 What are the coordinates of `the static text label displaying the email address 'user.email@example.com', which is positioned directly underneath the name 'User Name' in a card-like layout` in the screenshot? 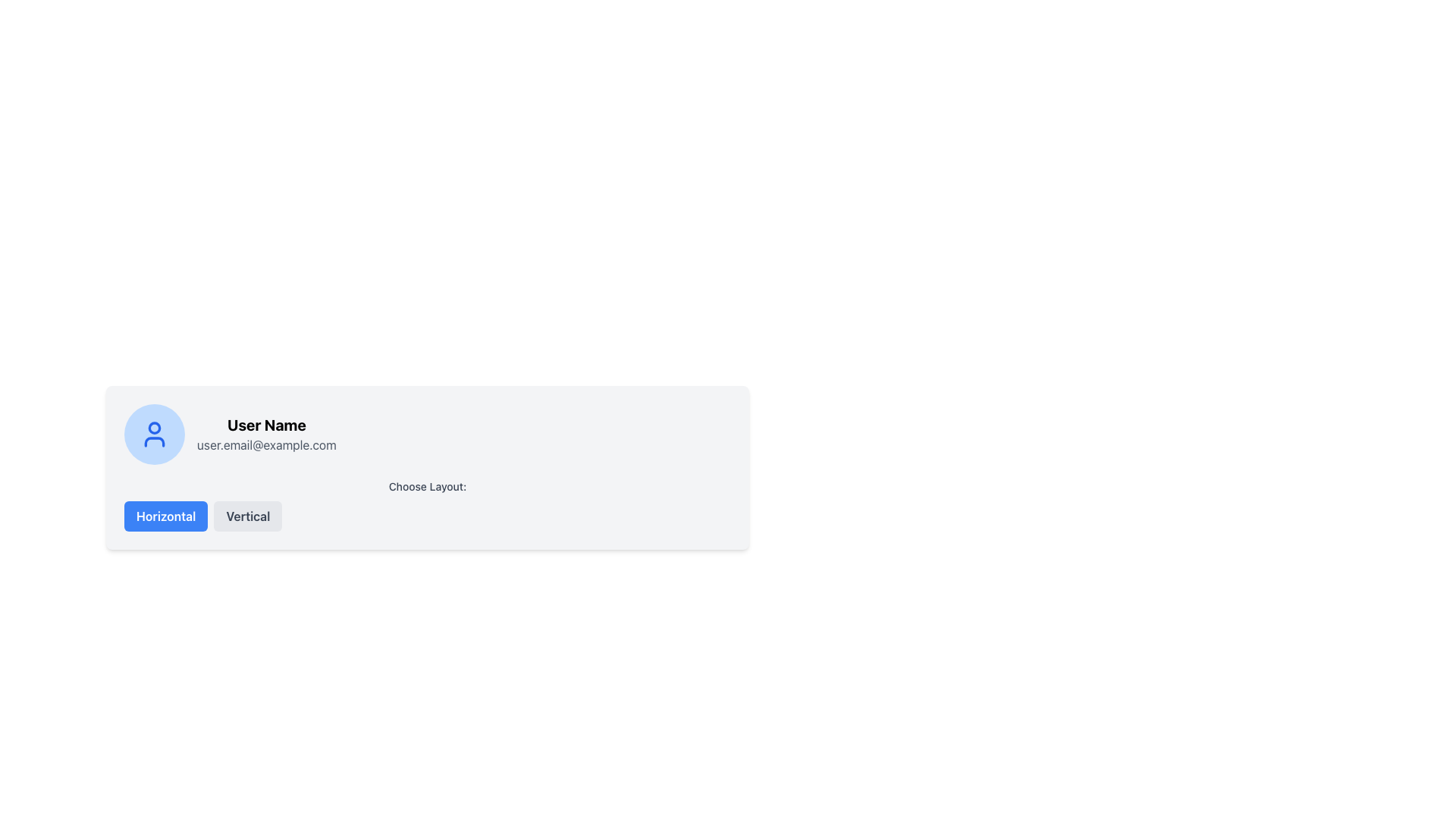 It's located at (266, 444).